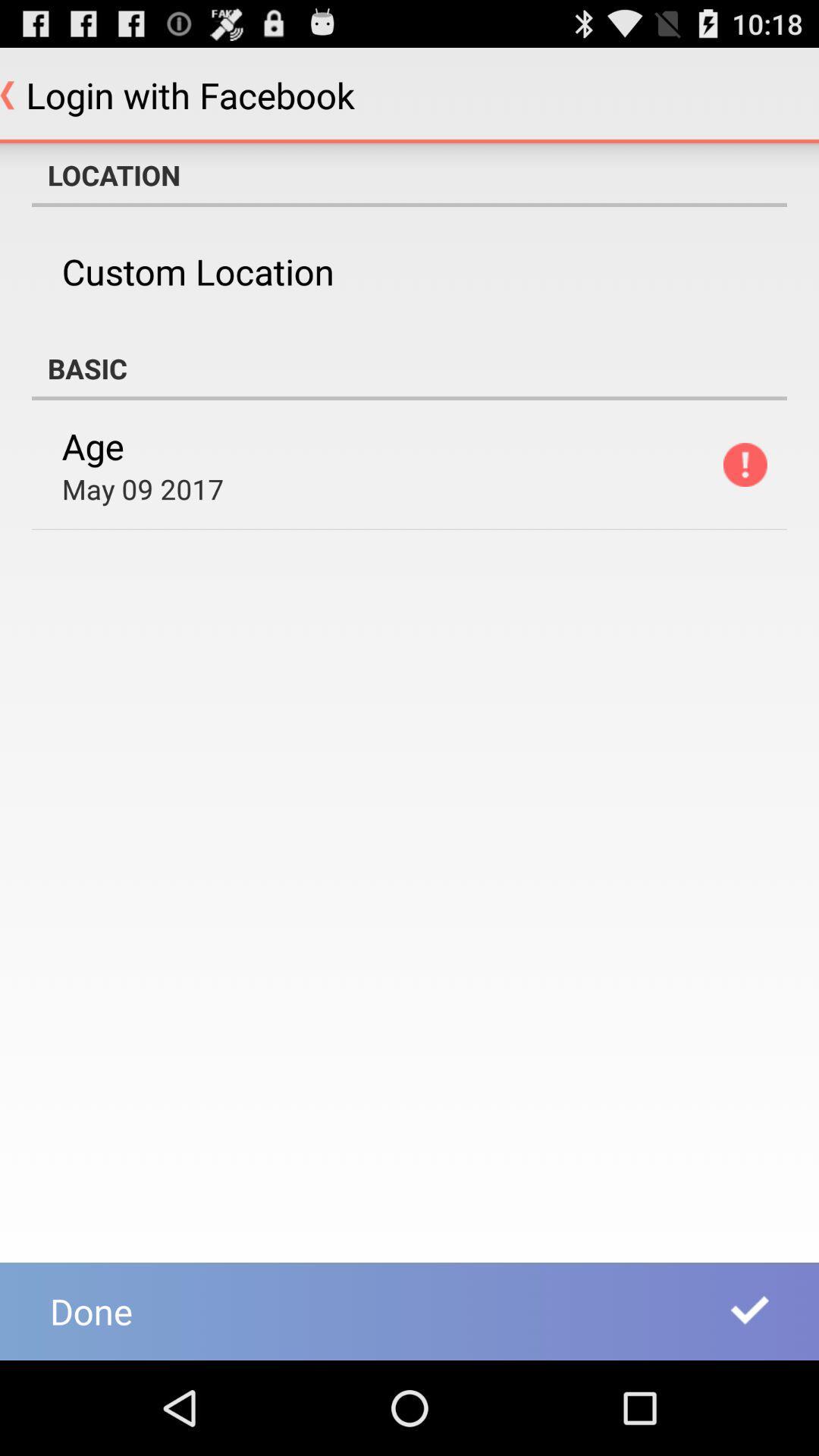 The width and height of the screenshot is (819, 1456). I want to click on the age icon, so click(93, 445).